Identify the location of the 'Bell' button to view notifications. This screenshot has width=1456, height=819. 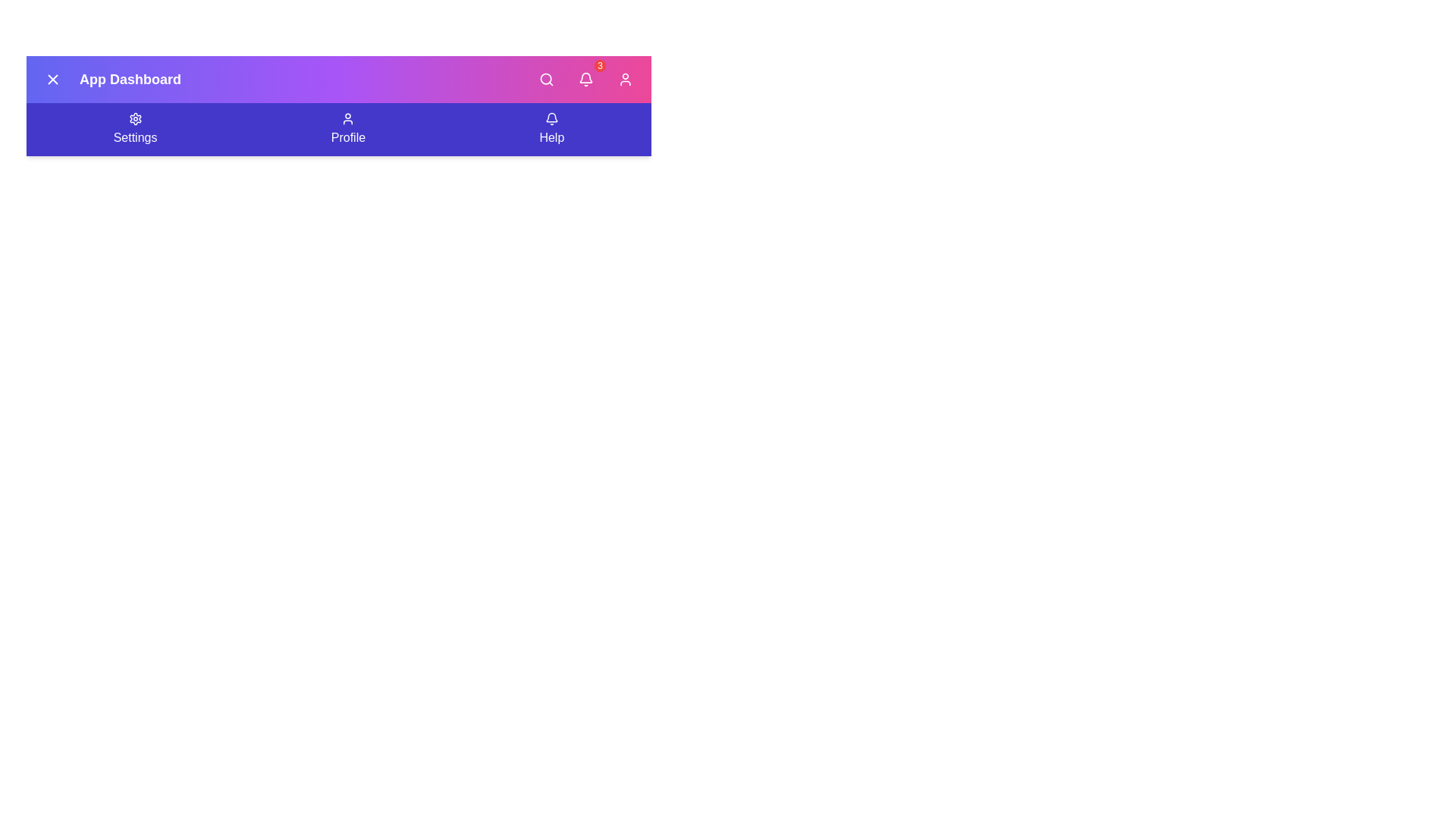
(585, 79).